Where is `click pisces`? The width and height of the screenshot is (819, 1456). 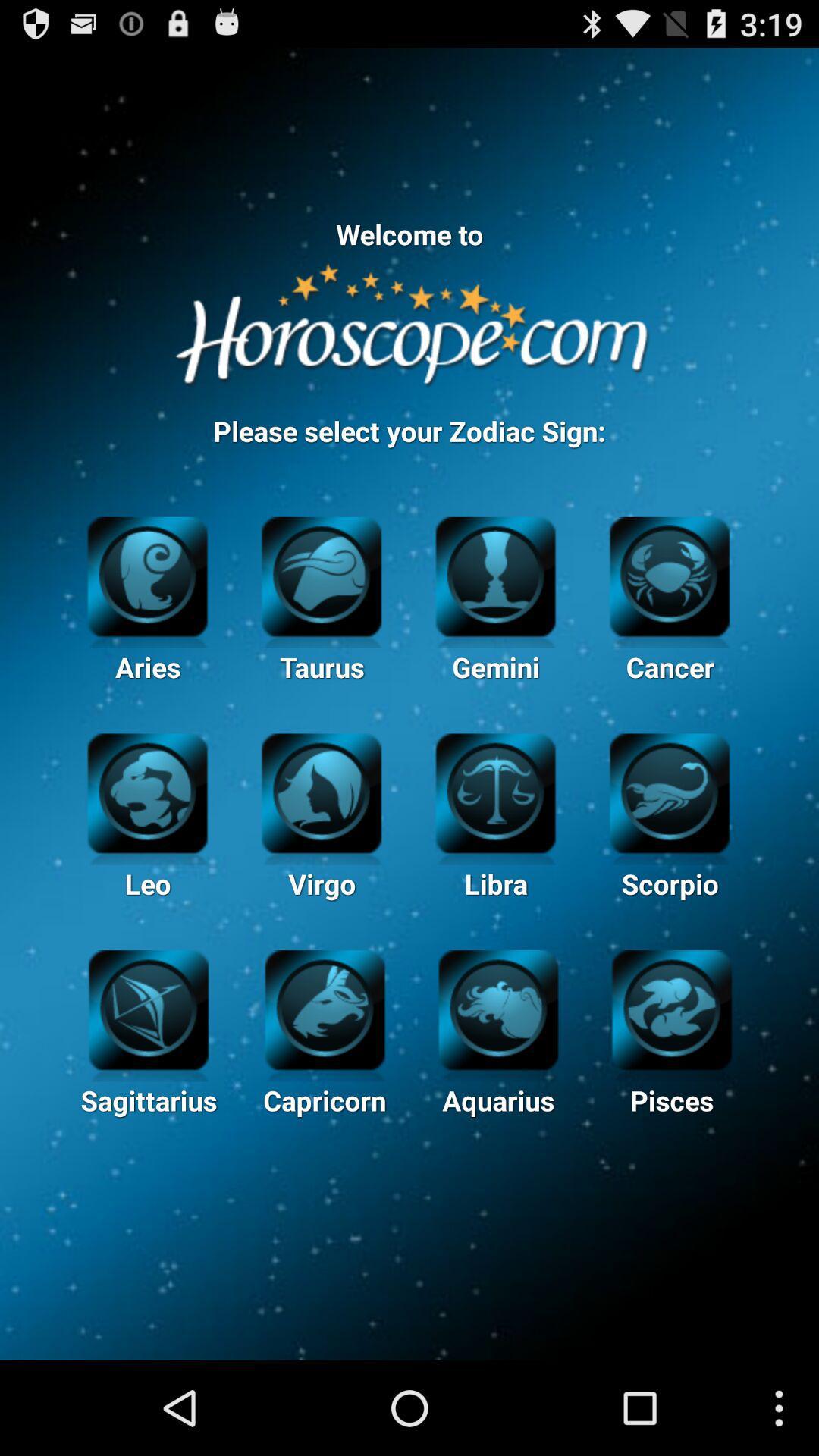
click pisces is located at coordinates (671, 1008).